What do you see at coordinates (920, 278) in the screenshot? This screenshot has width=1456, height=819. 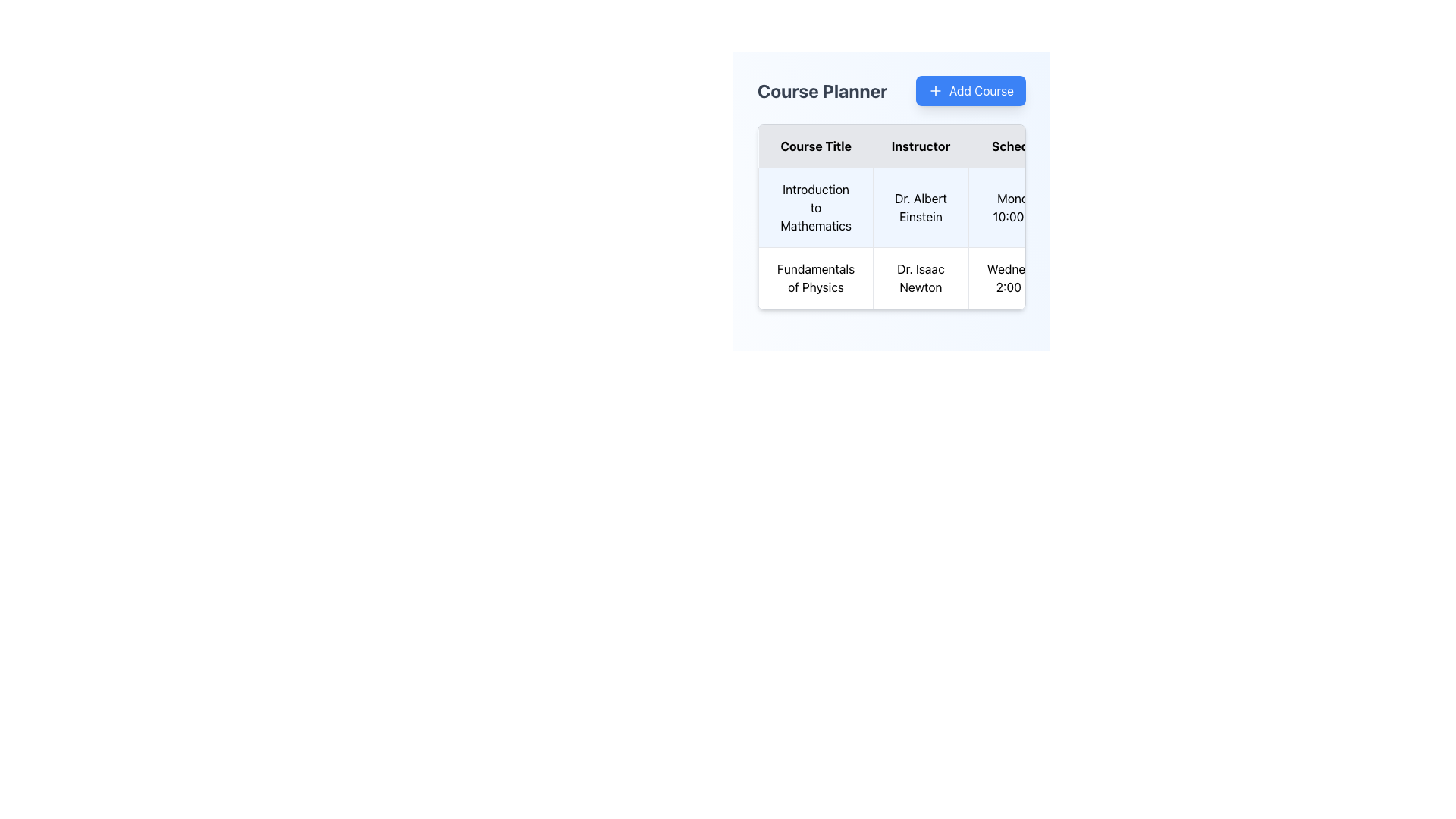 I see `the text label displaying 'Dr. Isaac Newton' in the 'Instructor' column of the data table under the course 'Fundamentals of Physics'` at bounding box center [920, 278].